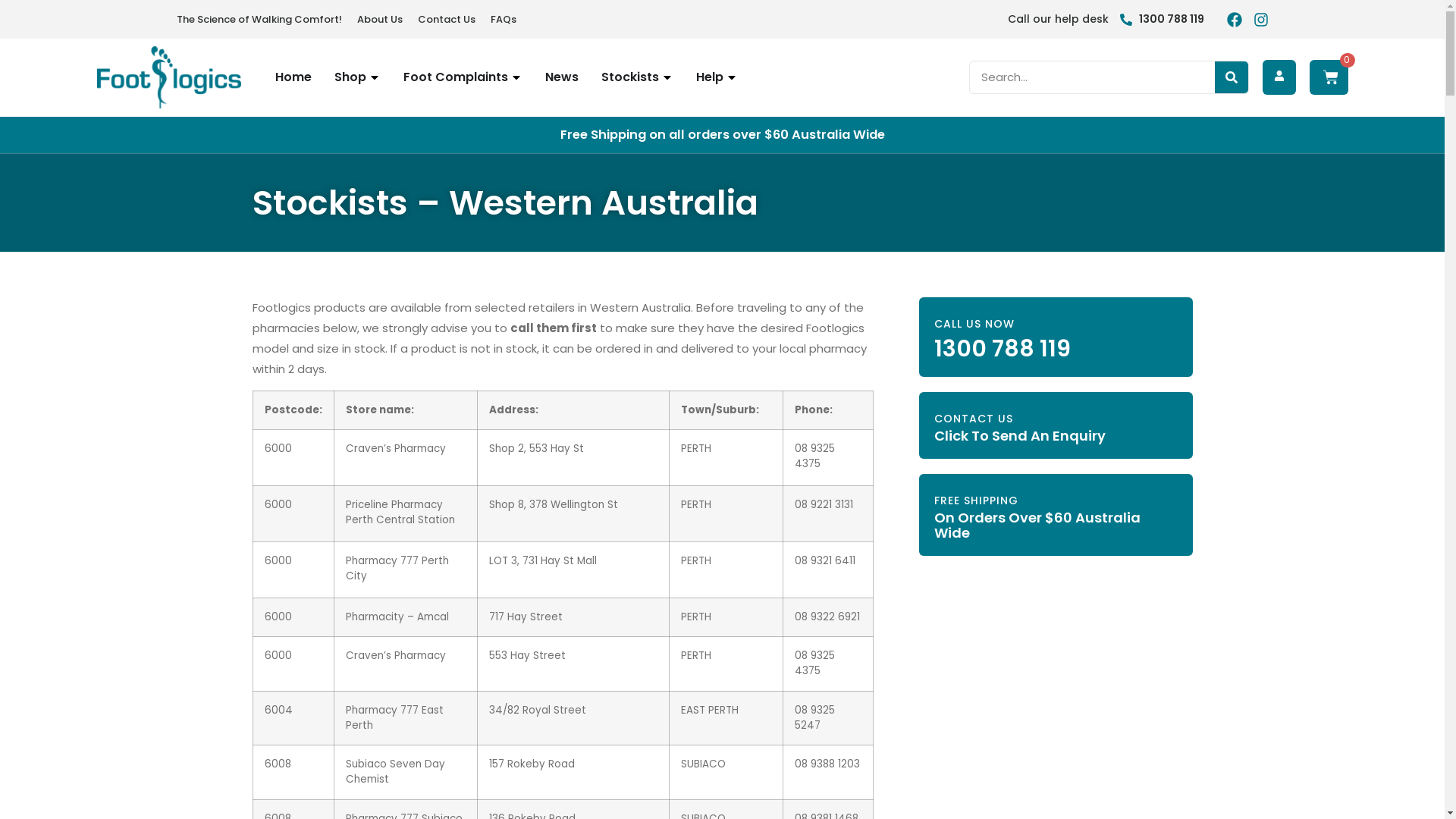  I want to click on '1300 788 119', so click(1160, 19).